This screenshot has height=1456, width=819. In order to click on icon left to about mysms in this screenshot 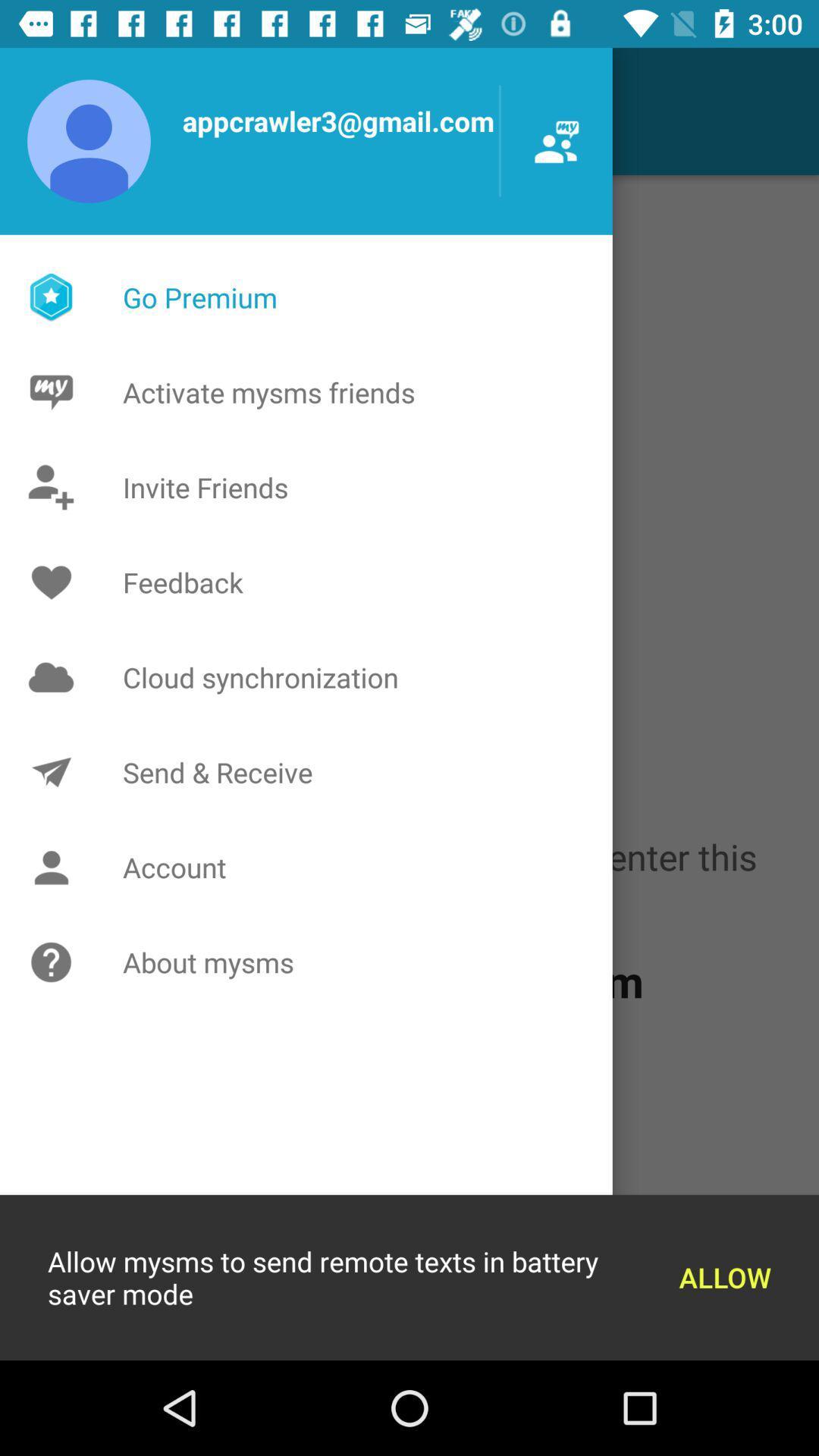, I will do `click(55, 962)`.